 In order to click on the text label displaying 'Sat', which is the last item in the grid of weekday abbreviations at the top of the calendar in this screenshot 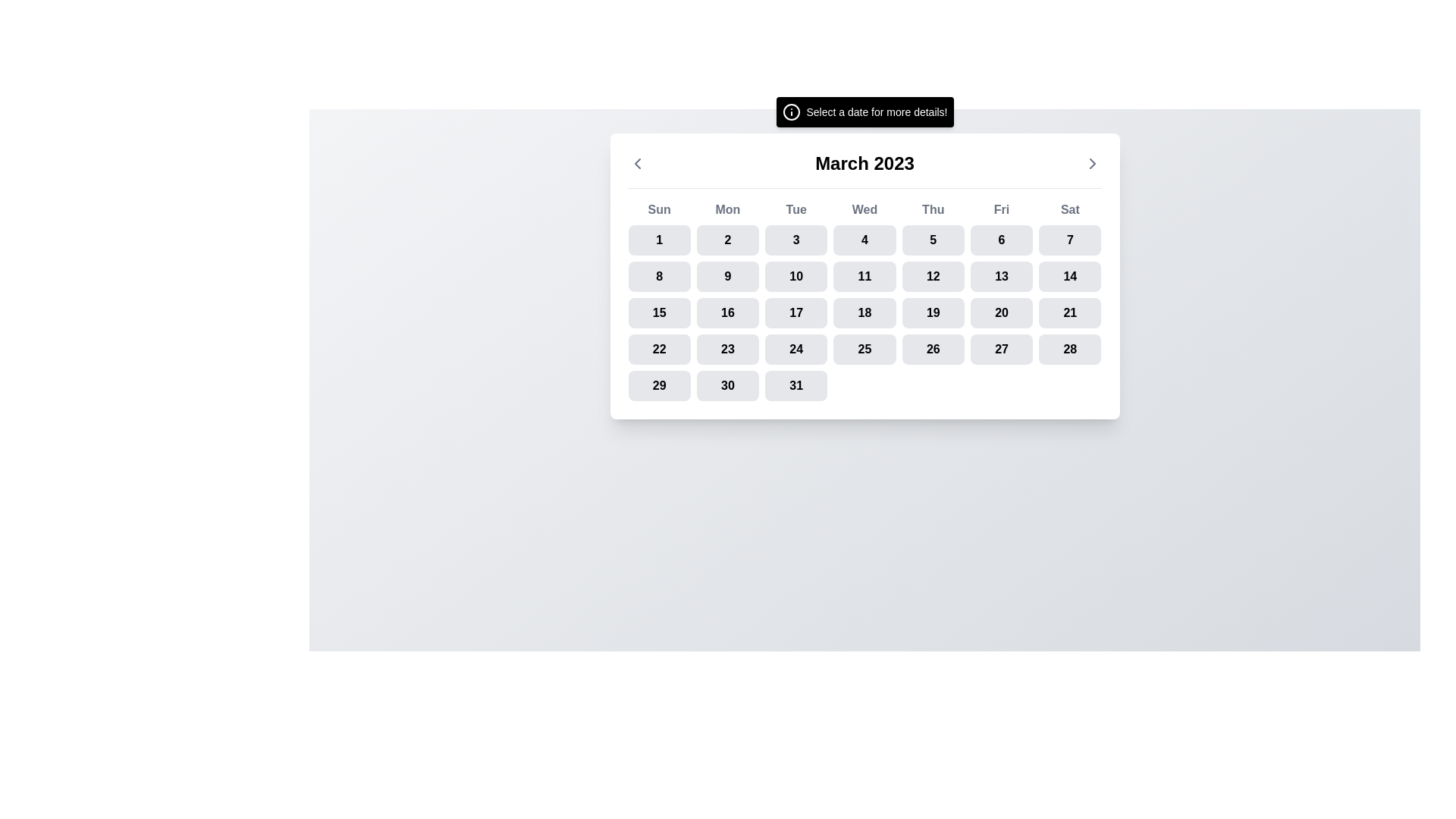, I will do `click(1069, 210)`.